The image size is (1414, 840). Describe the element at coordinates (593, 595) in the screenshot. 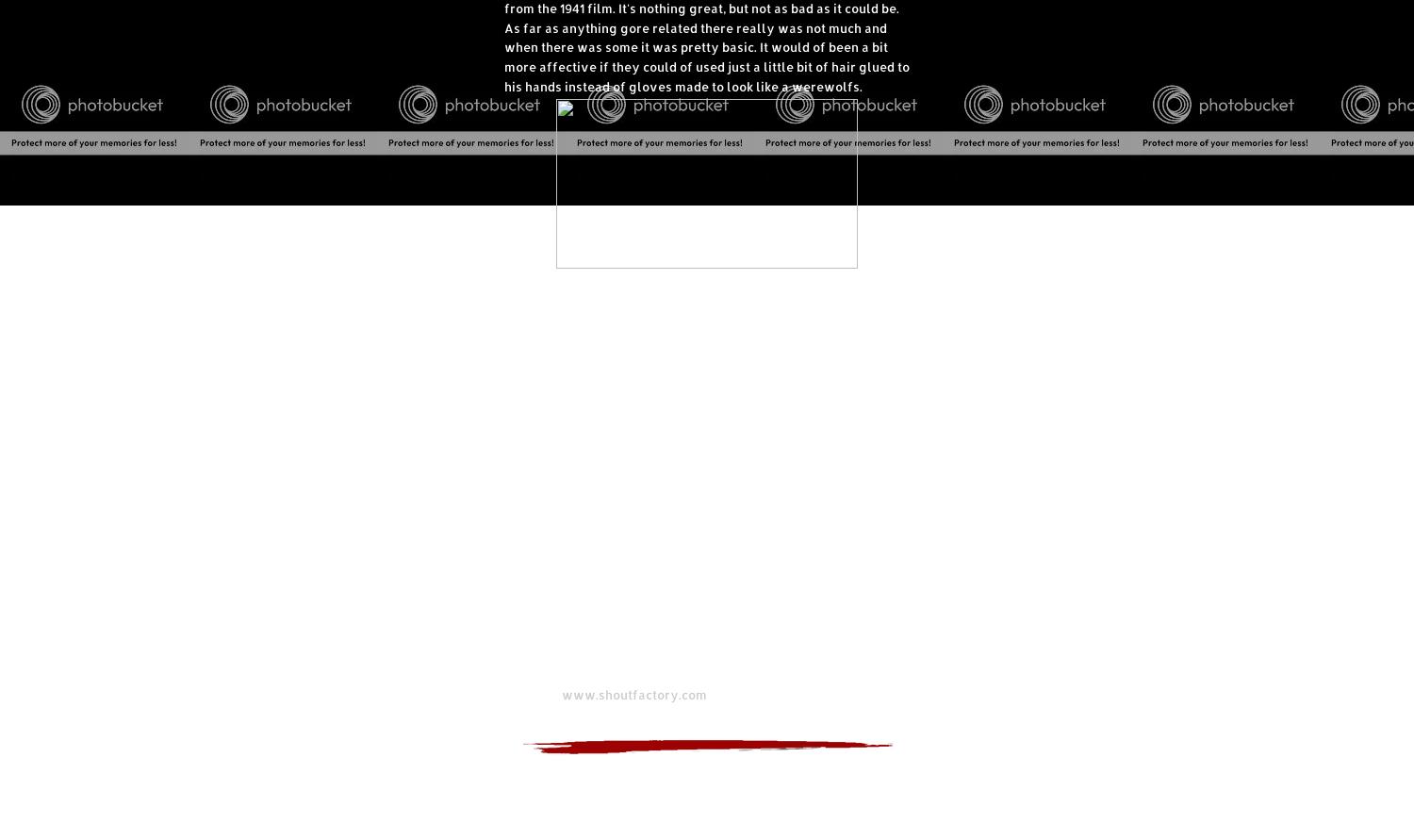

I see `'Theatrical Release Year: 1973'` at that location.